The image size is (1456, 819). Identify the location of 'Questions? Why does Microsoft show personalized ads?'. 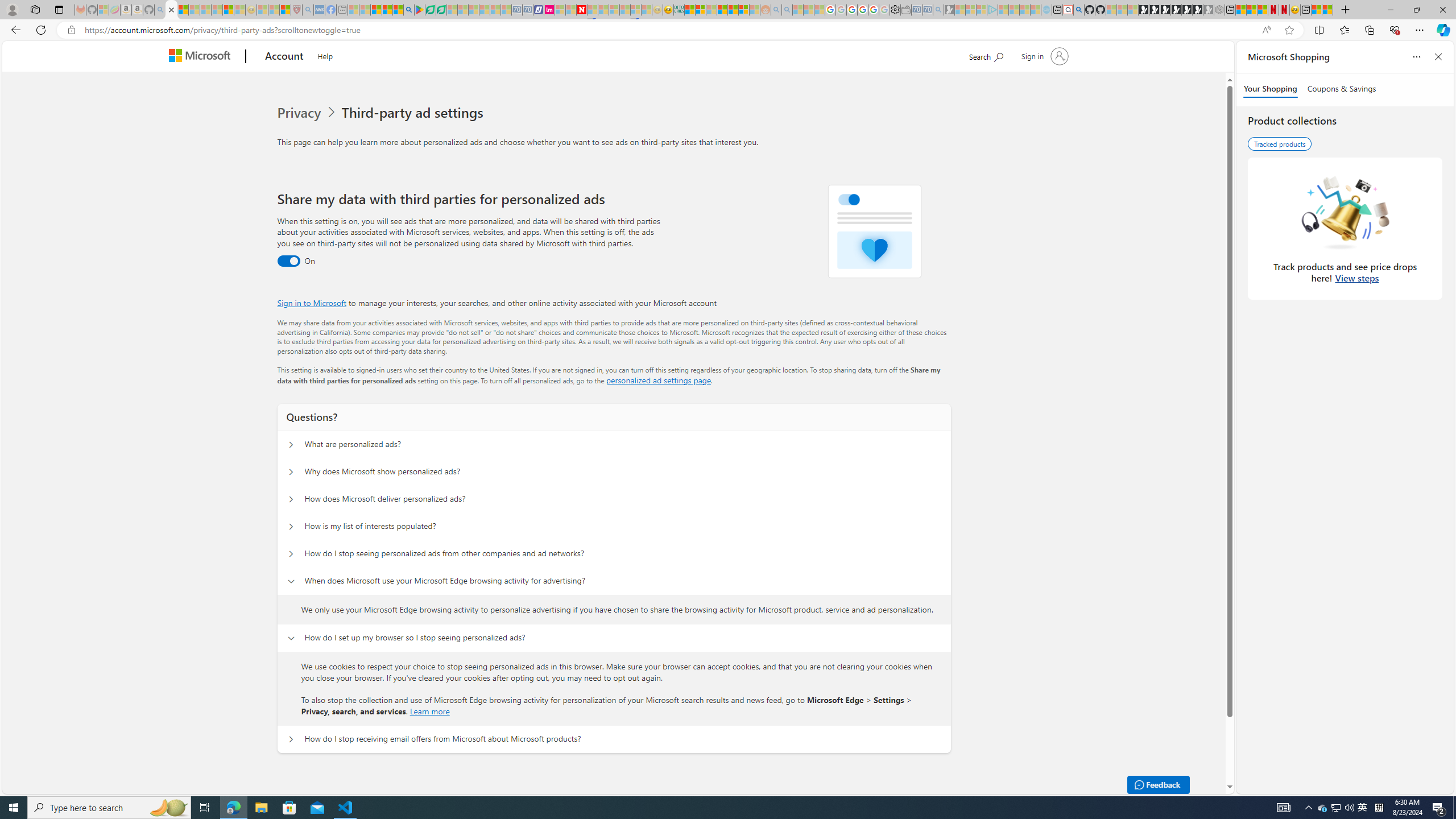
(289, 472).